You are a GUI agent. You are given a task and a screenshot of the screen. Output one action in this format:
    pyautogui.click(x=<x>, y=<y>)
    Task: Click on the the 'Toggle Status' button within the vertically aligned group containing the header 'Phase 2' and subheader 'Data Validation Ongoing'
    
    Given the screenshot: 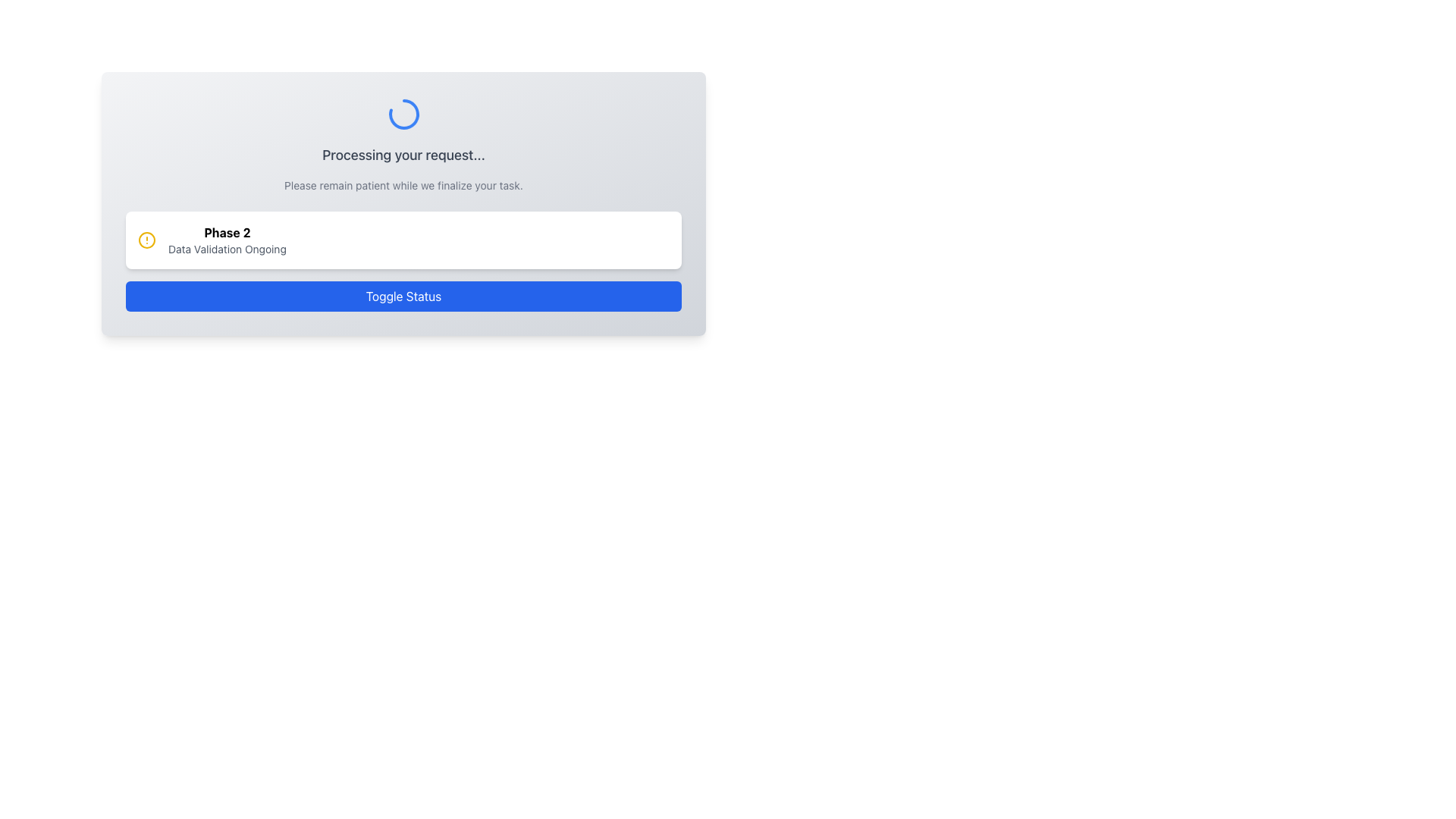 What is the action you would take?
    pyautogui.click(x=403, y=260)
    